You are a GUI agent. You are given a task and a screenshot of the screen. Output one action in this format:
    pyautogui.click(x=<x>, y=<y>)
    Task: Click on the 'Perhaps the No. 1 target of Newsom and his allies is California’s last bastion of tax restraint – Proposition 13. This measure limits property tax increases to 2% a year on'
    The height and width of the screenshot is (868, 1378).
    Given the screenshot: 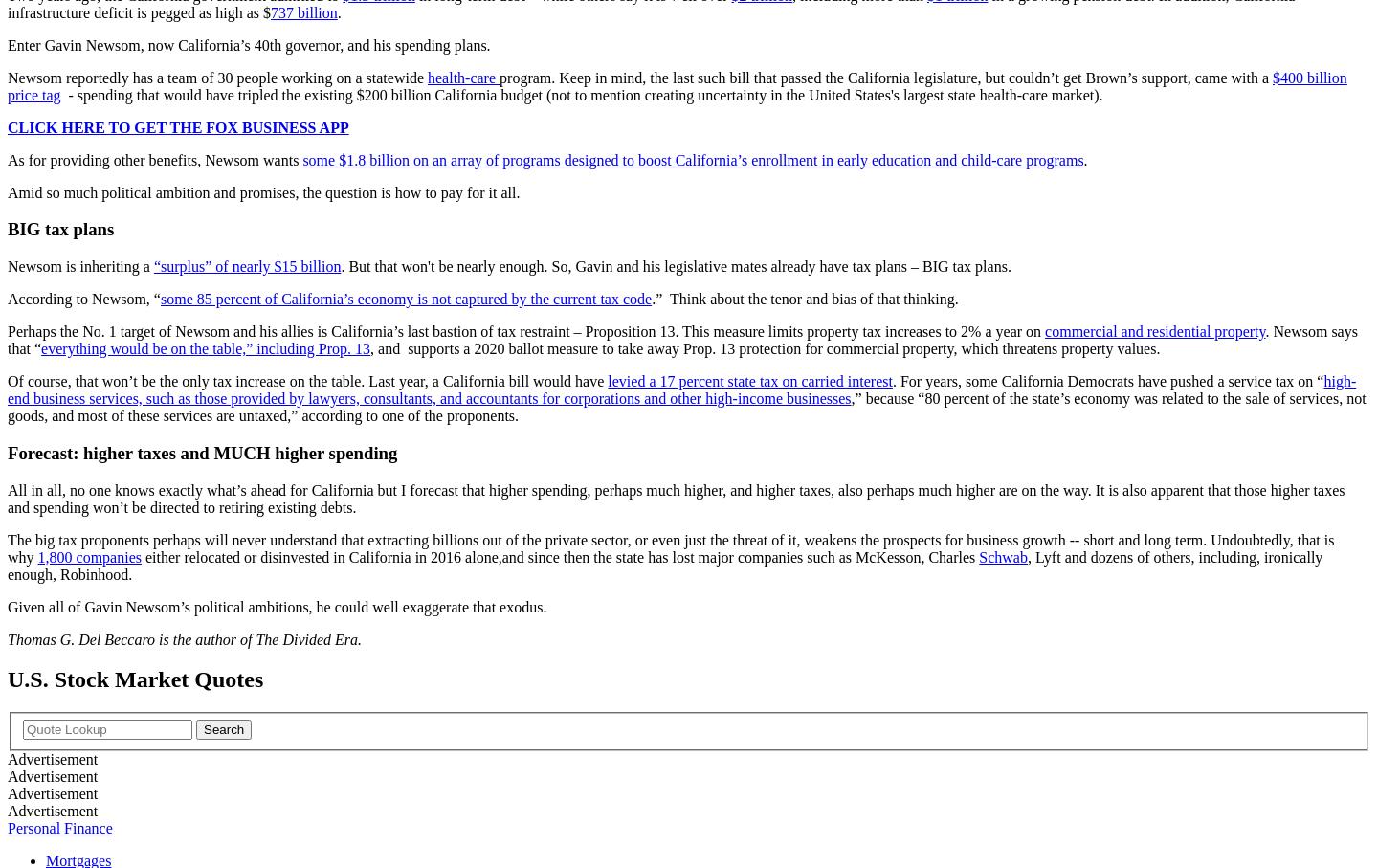 What is the action you would take?
    pyautogui.click(x=525, y=330)
    